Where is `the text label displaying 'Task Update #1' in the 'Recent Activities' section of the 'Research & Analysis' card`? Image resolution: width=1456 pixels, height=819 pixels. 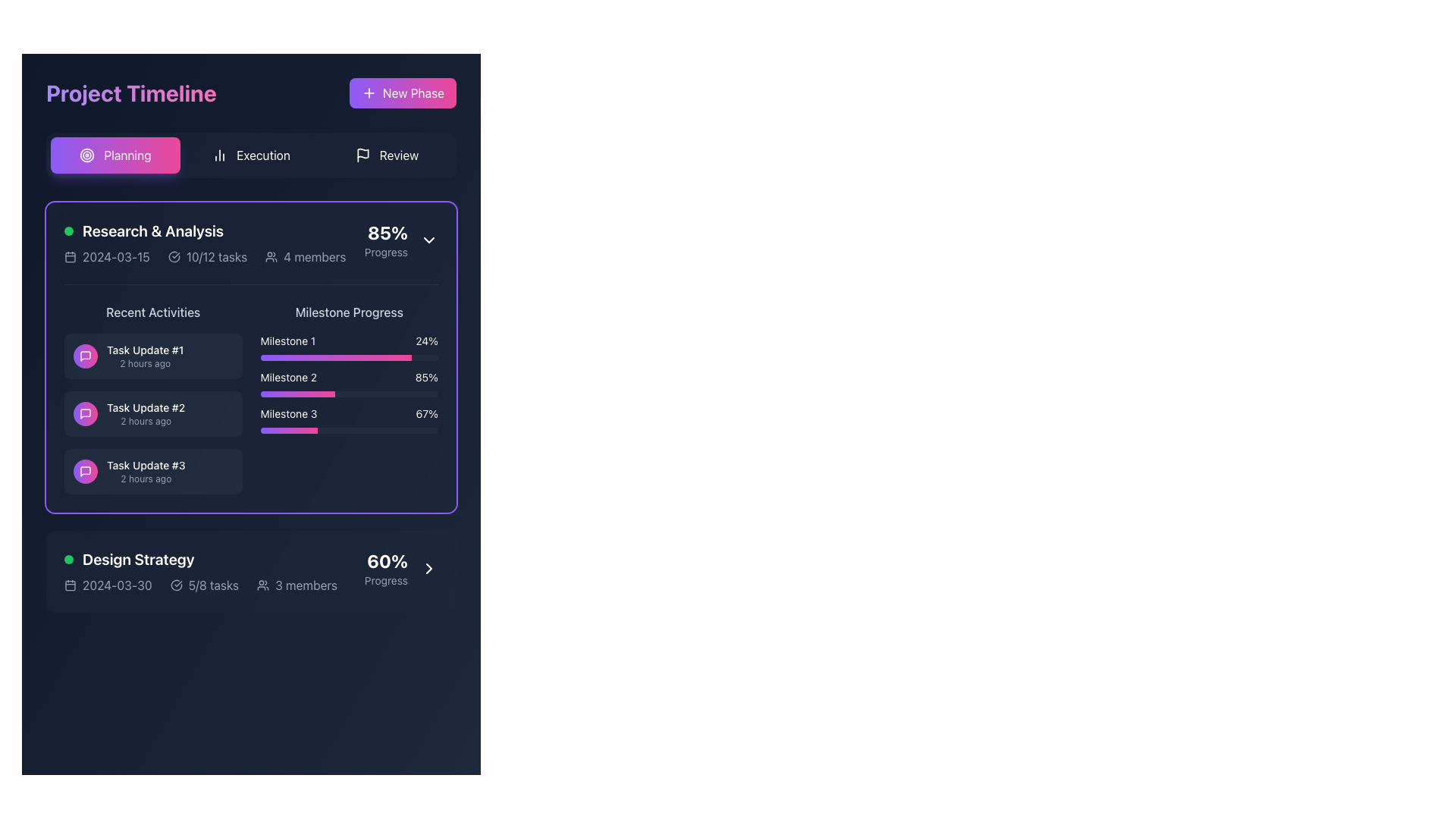 the text label displaying 'Task Update #1' in the 'Recent Activities' section of the 'Research & Analysis' card is located at coordinates (145, 350).